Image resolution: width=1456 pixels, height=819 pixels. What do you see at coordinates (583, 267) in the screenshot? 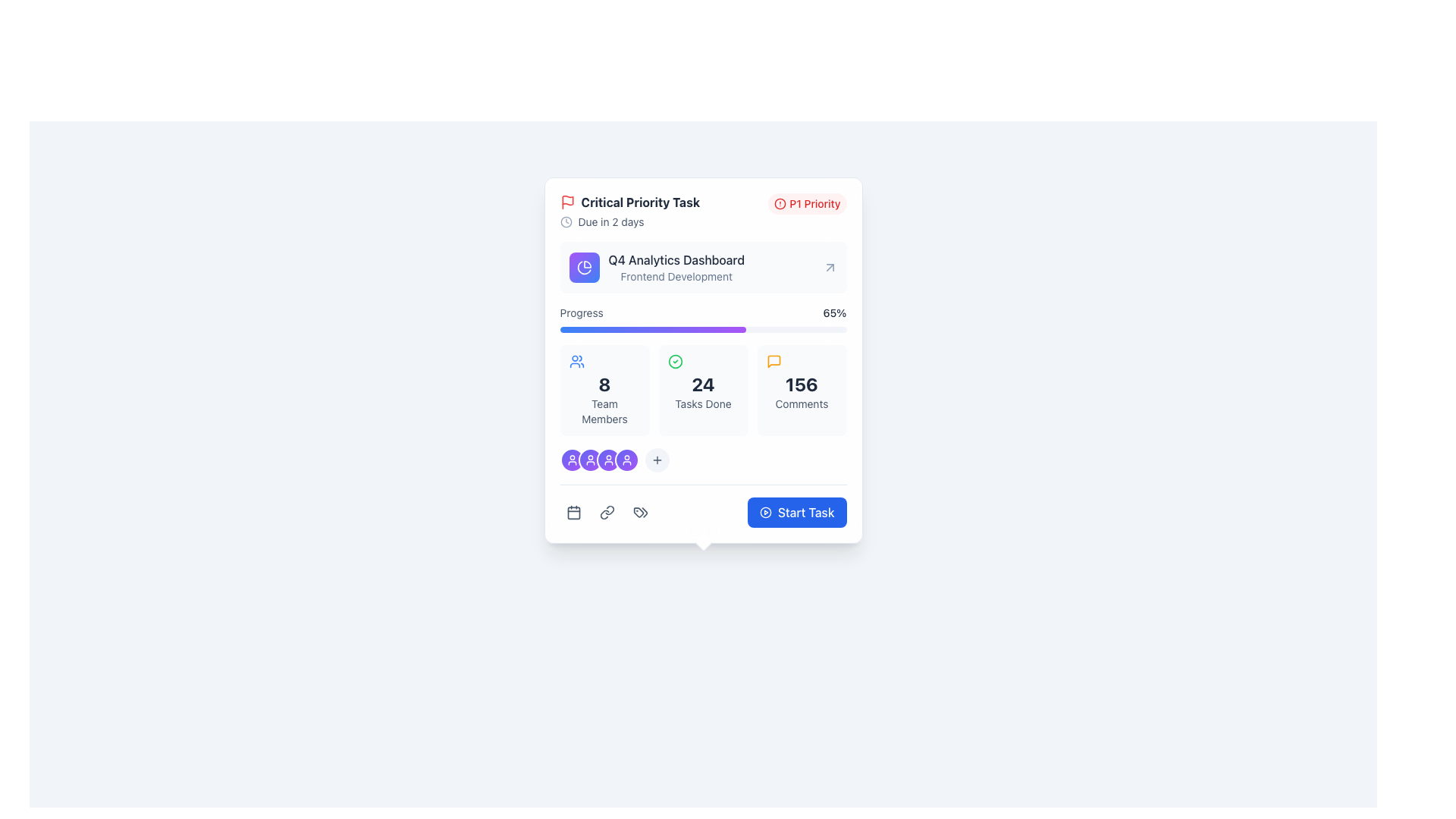
I see `the square-shaped component with a gradient background transitioning from purple to blue, which contains a white pie chart icon at its center, located within the 'Q4 Analytics Dashboard' card to interact with the associated dashboard` at bounding box center [583, 267].